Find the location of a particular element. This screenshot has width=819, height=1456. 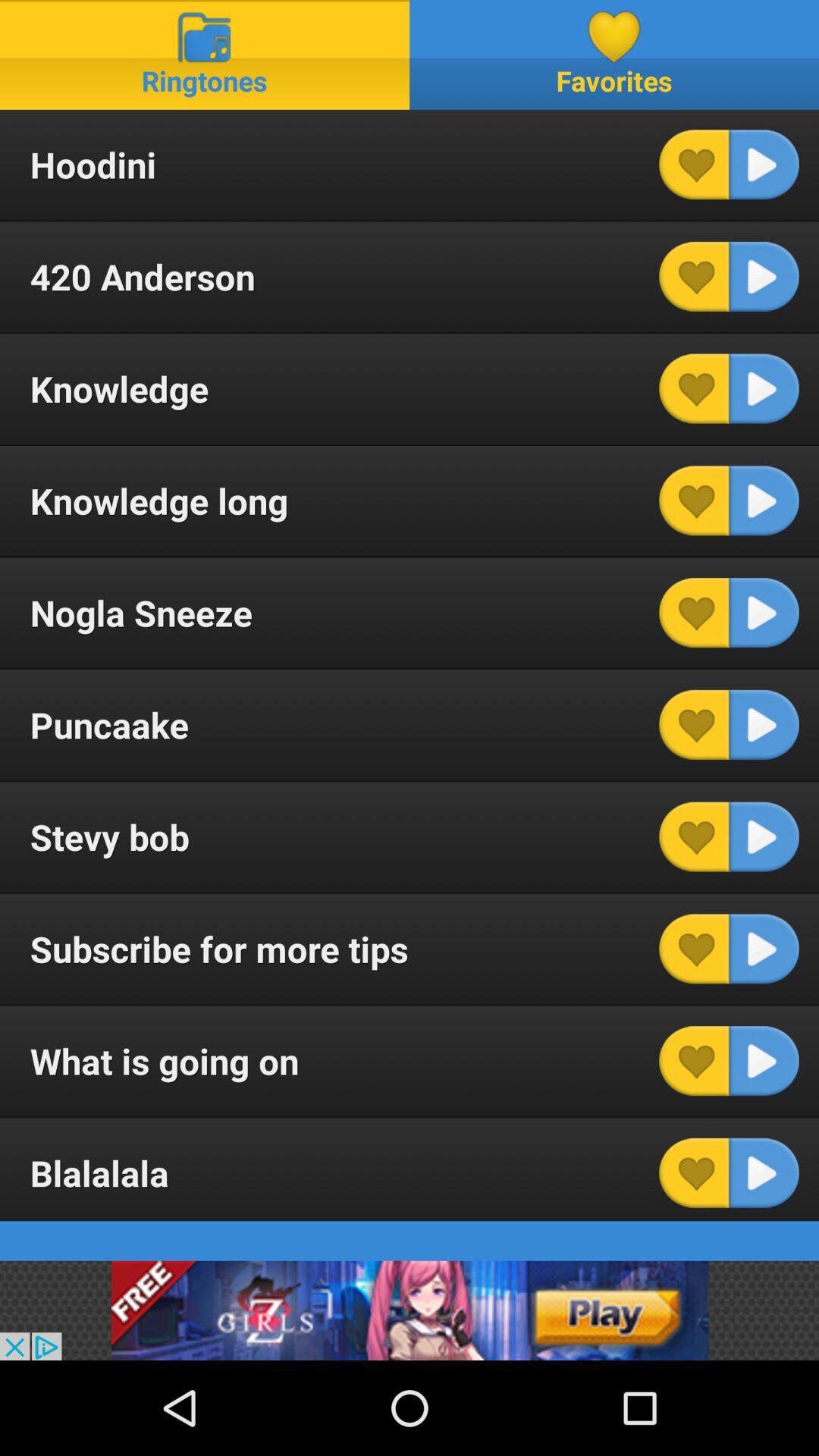

ringtone is located at coordinates (764, 500).